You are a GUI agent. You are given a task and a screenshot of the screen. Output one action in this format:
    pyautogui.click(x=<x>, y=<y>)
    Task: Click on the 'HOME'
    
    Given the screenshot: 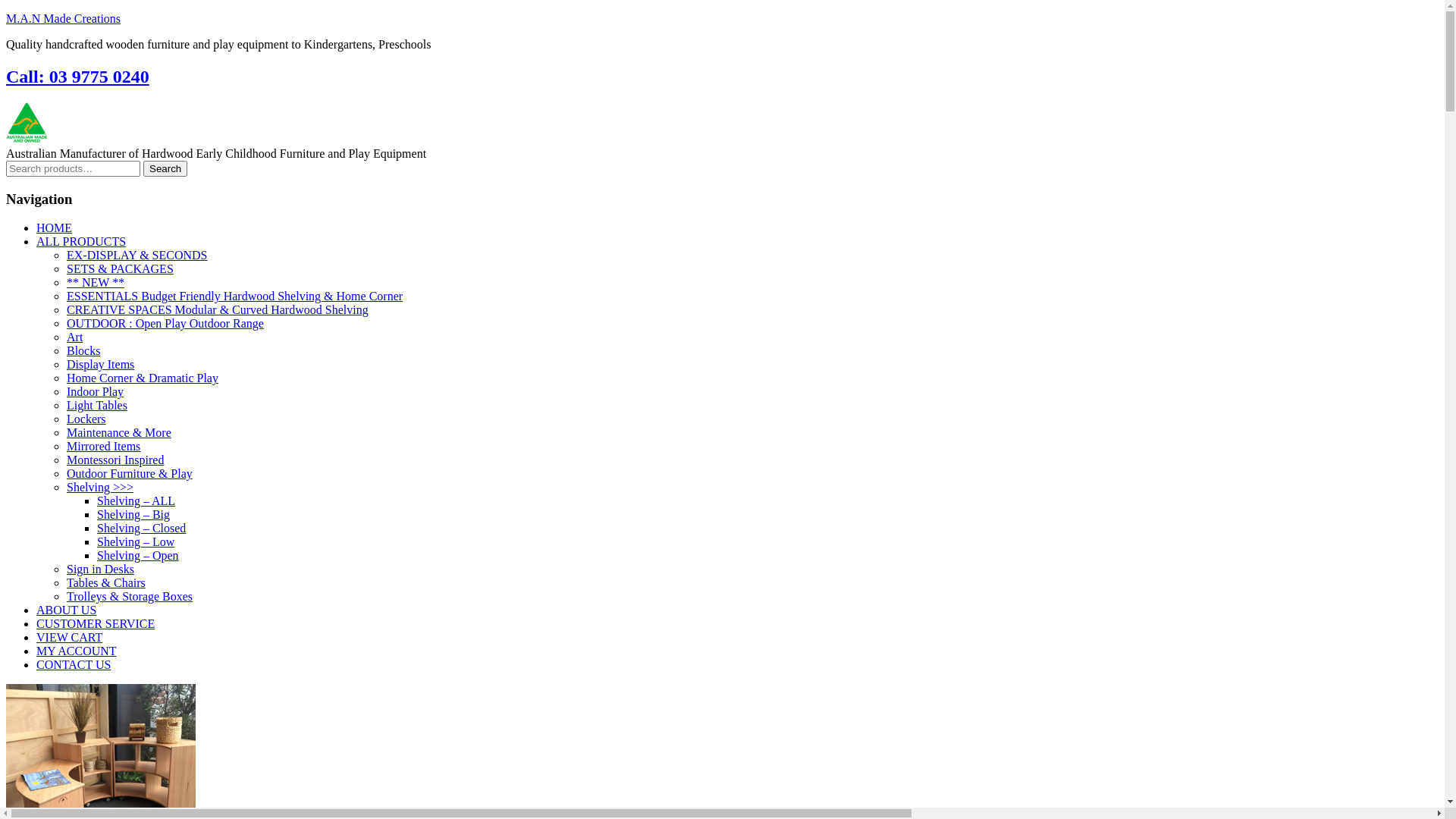 What is the action you would take?
    pyautogui.click(x=54, y=227)
    